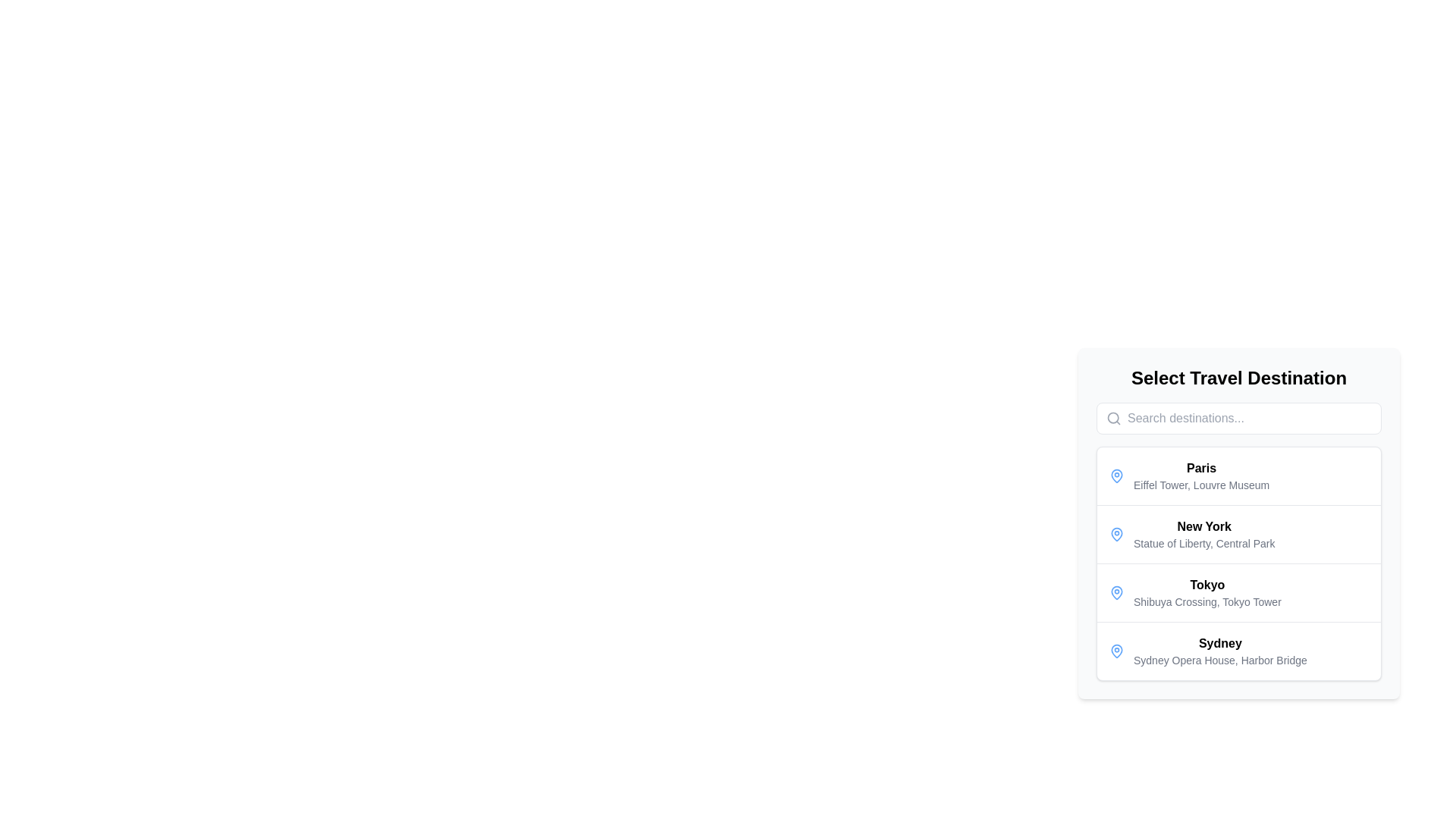  Describe the element at coordinates (1220, 643) in the screenshot. I see `the title header label for the travel destination 'Sydney' located in the bottommost travel destination card above the detailed description` at that location.